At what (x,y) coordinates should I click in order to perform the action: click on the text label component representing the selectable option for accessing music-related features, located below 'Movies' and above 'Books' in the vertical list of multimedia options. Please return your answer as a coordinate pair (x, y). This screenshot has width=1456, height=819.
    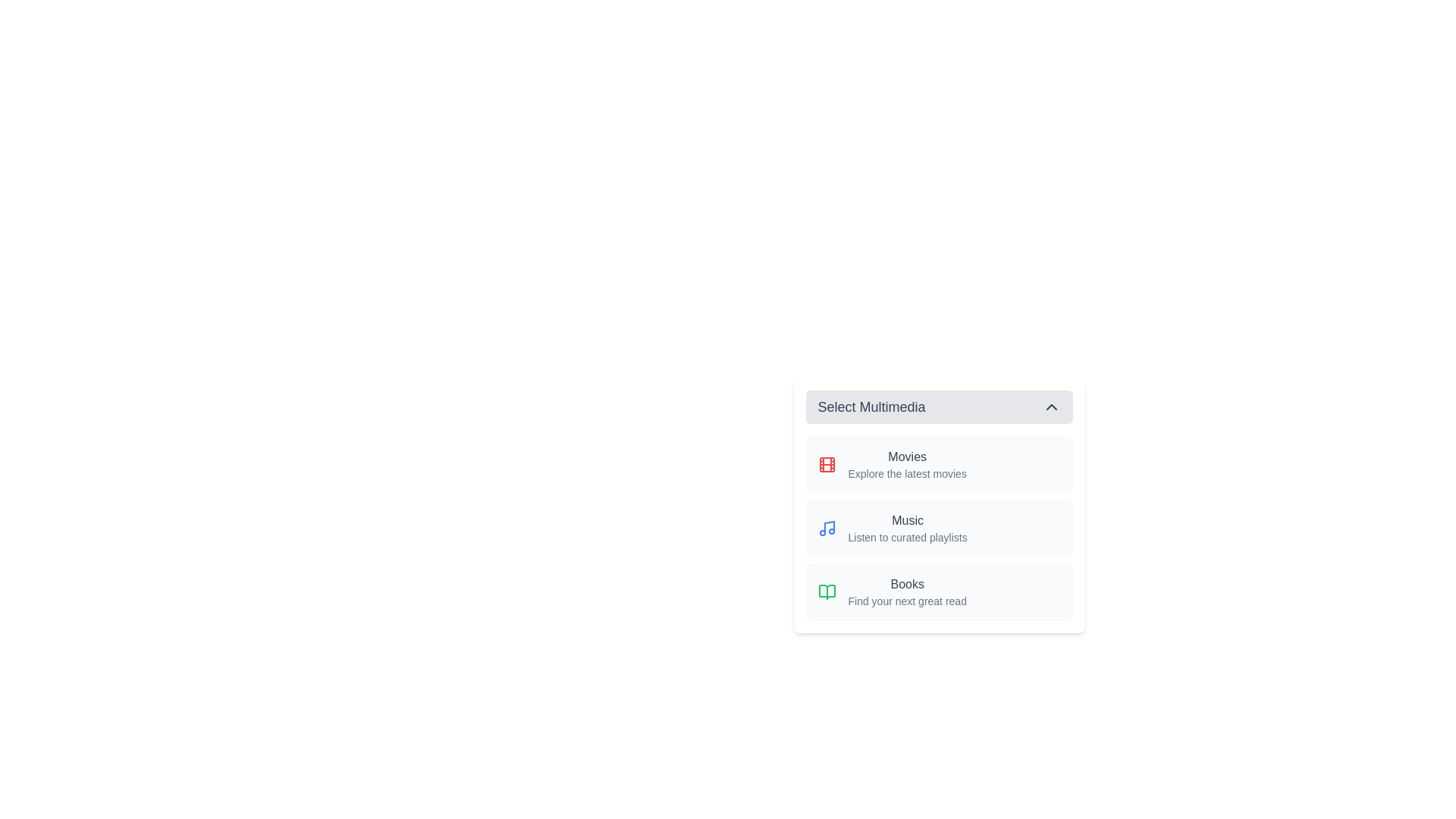
    Looking at the image, I should click on (908, 528).